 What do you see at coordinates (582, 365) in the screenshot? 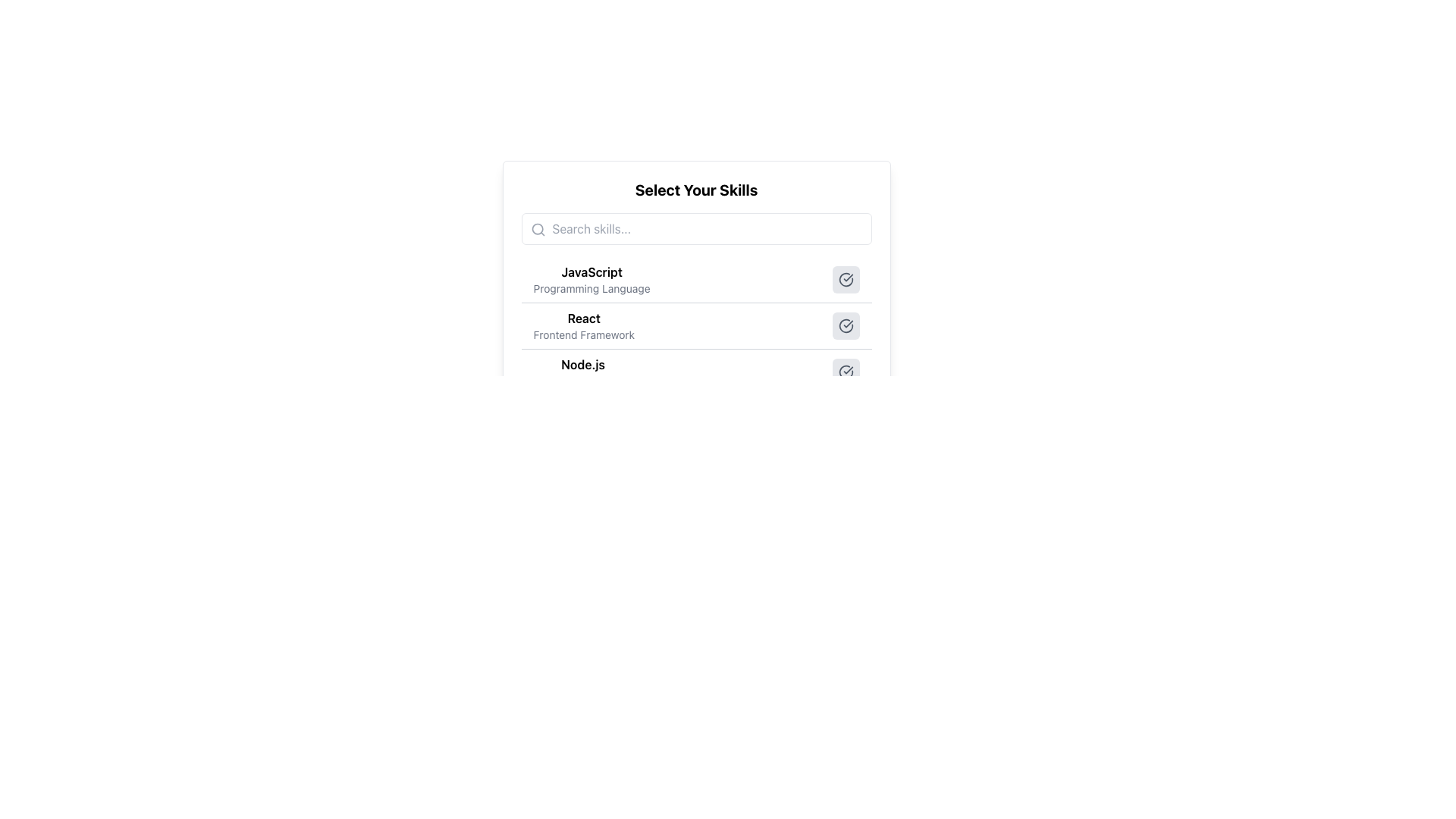
I see `the 'Node.js' skill label in the vertically arranged list` at bounding box center [582, 365].